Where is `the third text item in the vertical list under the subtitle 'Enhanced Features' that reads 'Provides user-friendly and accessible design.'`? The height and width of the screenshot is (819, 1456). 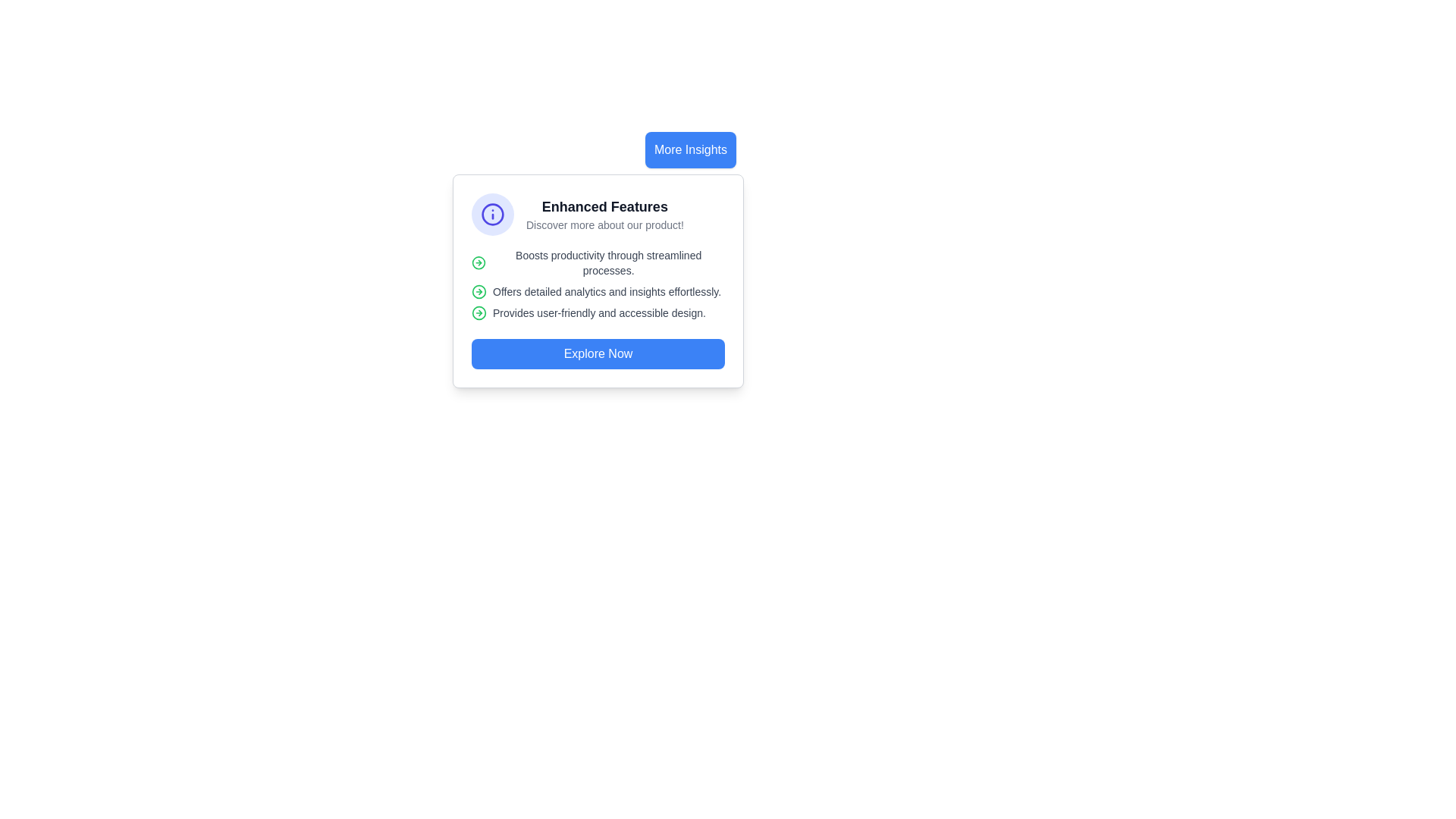 the third text item in the vertical list under the subtitle 'Enhanced Features' that reads 'Provides user-friendly and accessible design.' is located at coordinates (597, 312).